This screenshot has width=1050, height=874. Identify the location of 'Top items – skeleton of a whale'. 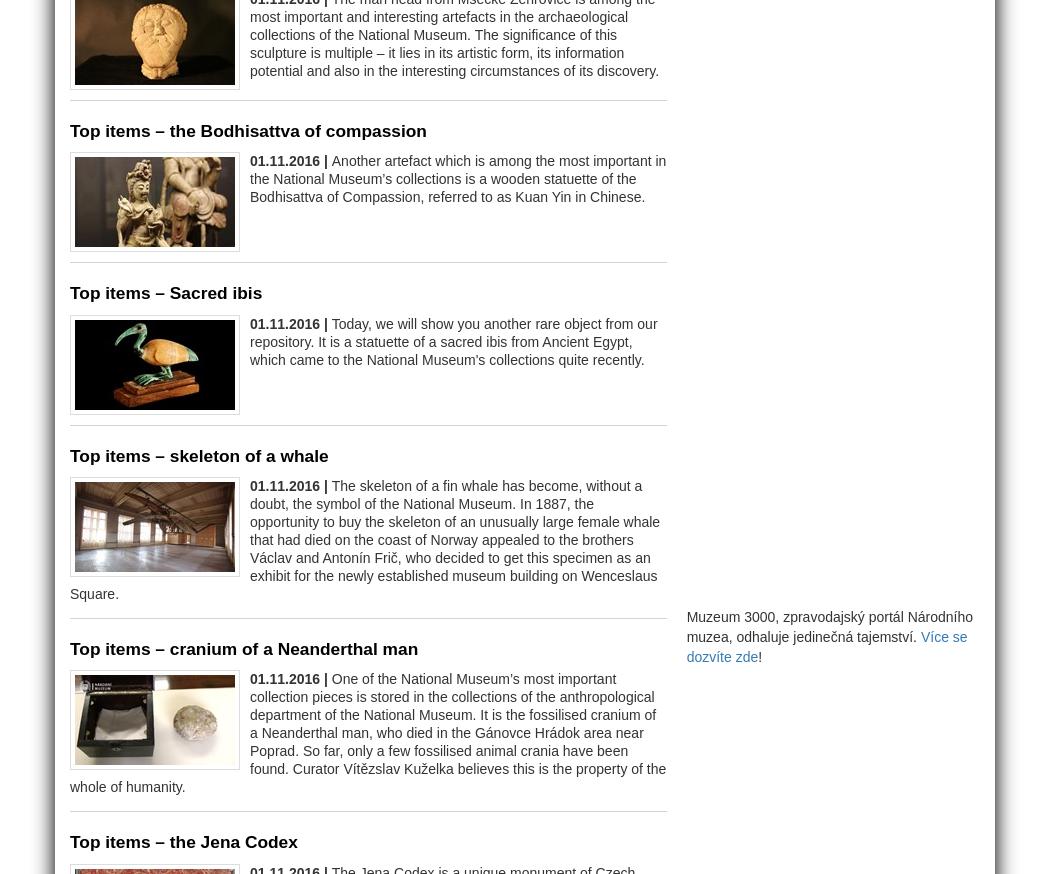
(69, 454).